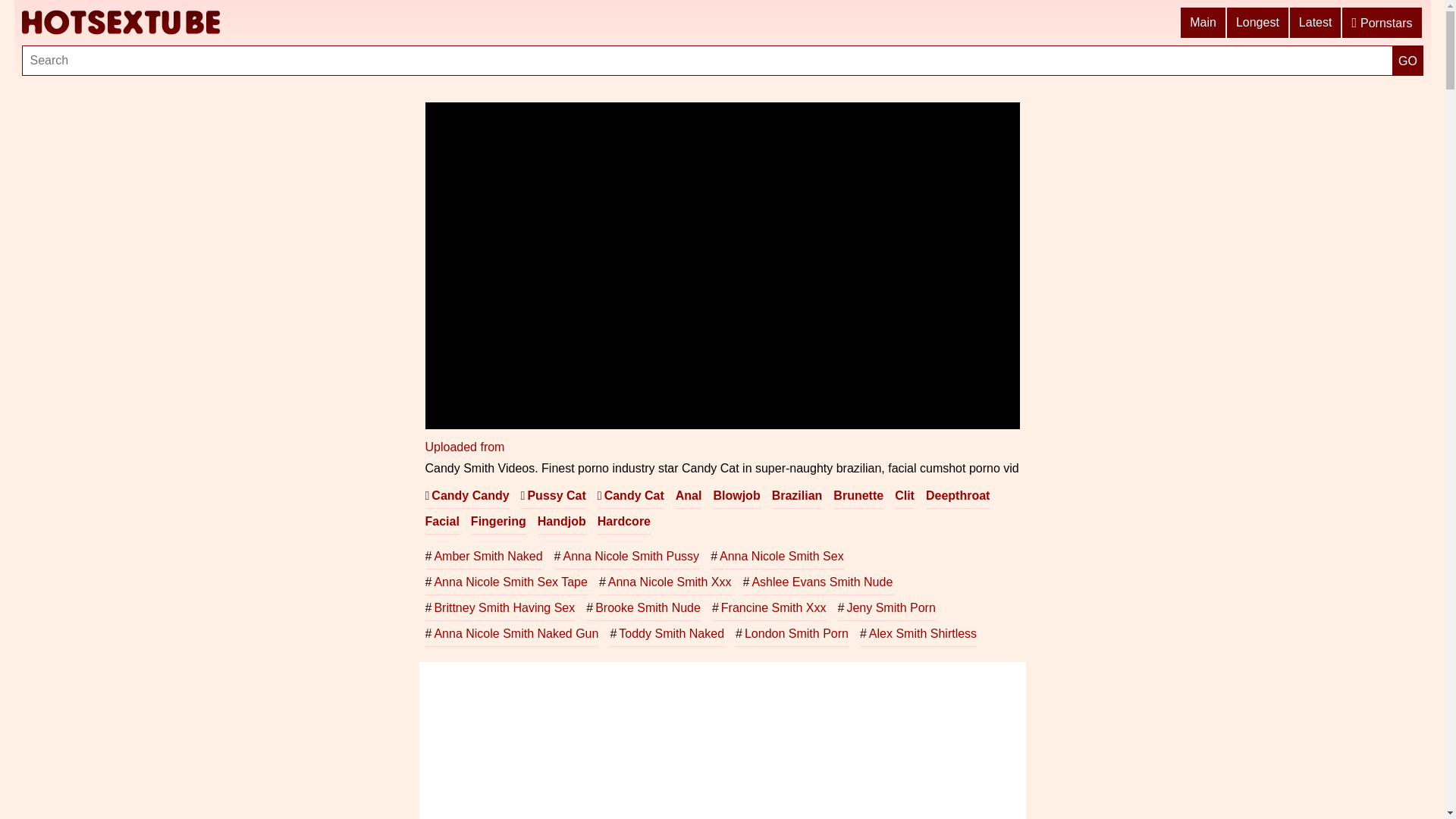  I want to click on 'Alex Smith Shirtless', so click(917, 634).